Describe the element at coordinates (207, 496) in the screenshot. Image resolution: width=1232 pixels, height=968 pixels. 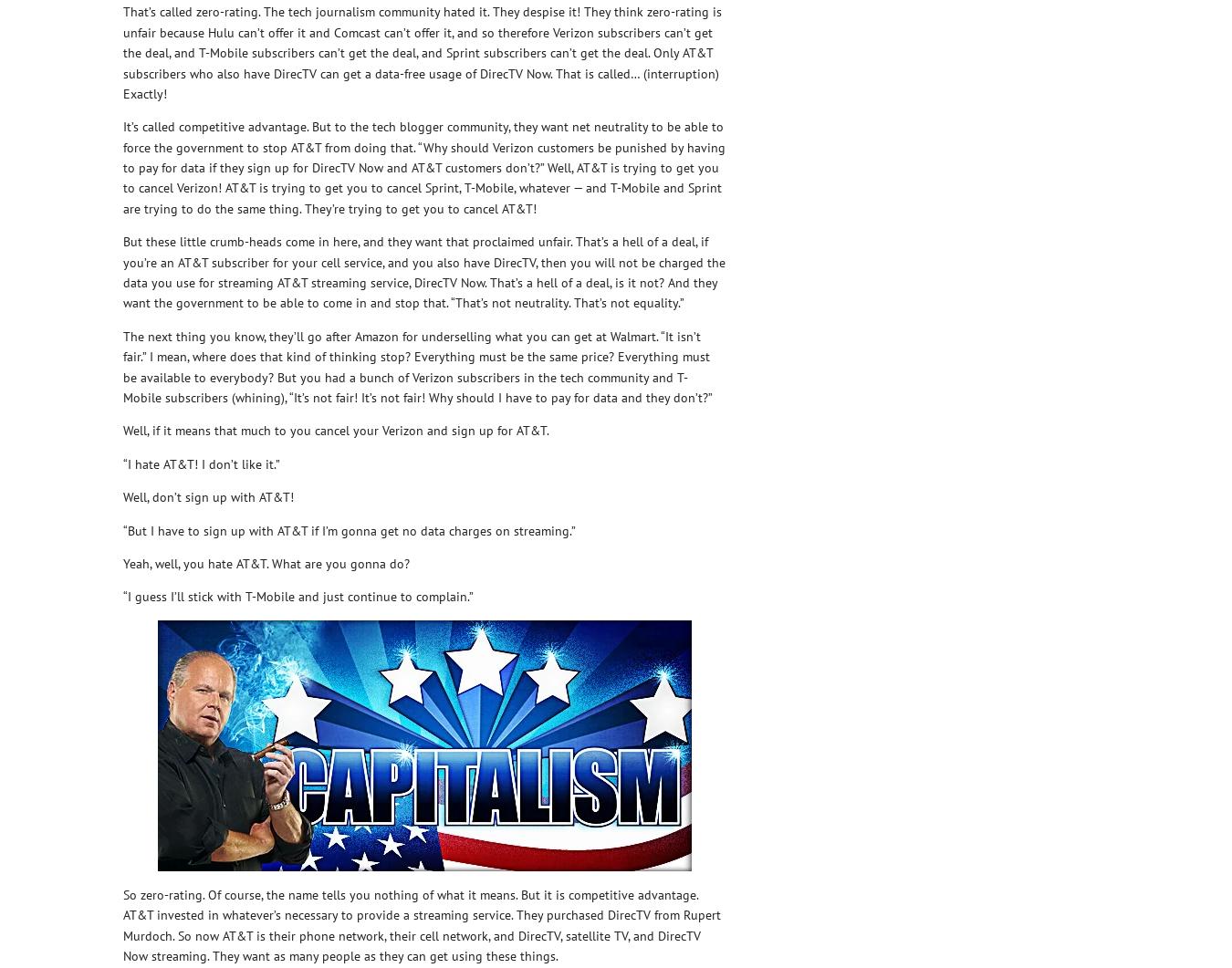
I see `'Well, don’t sign up with AT&T!'` at that location.